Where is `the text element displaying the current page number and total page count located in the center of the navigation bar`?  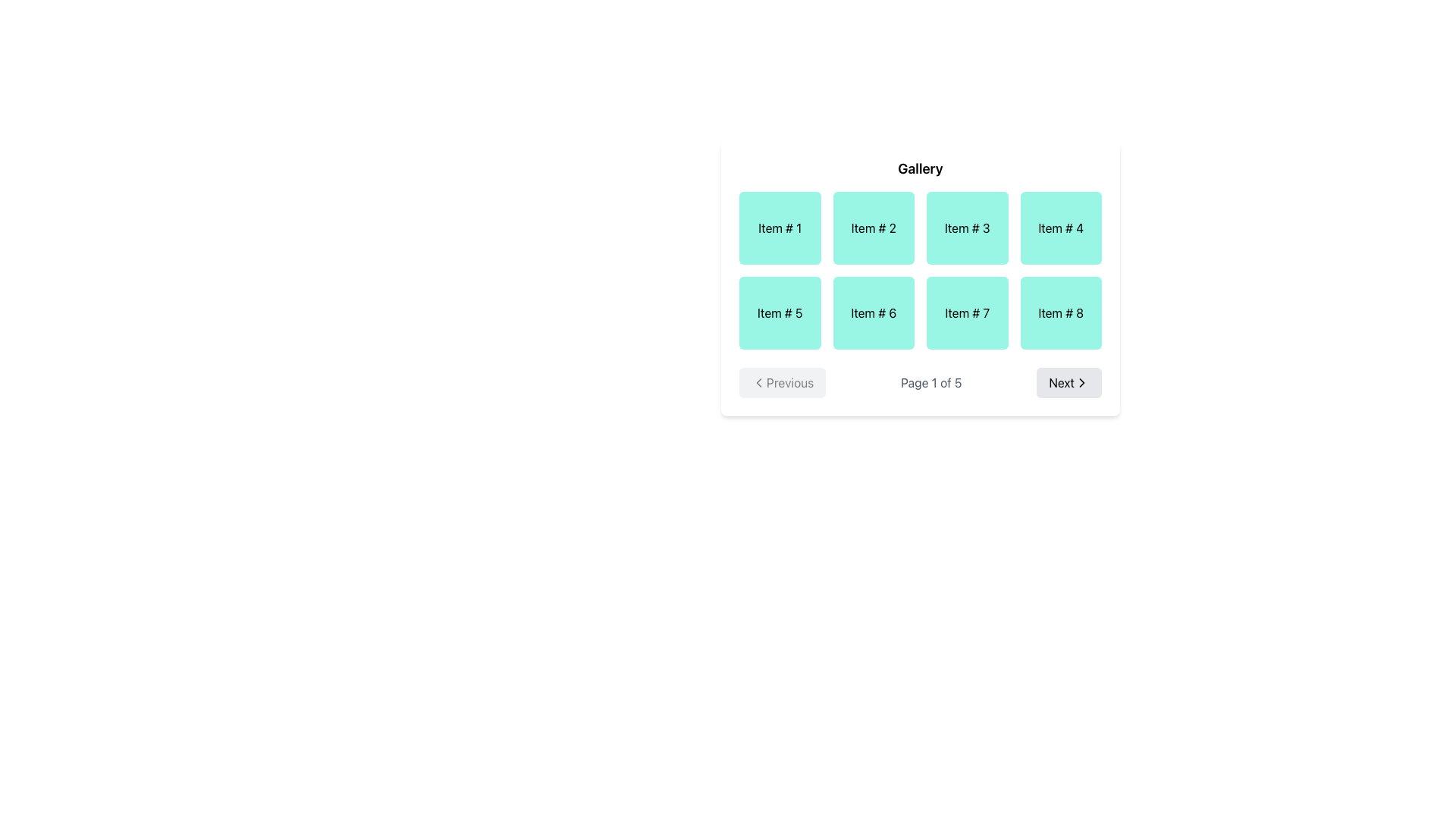
the text element displaying the current page number and total page count located in the center of the navigation bar is located at coordinates (930, 382).